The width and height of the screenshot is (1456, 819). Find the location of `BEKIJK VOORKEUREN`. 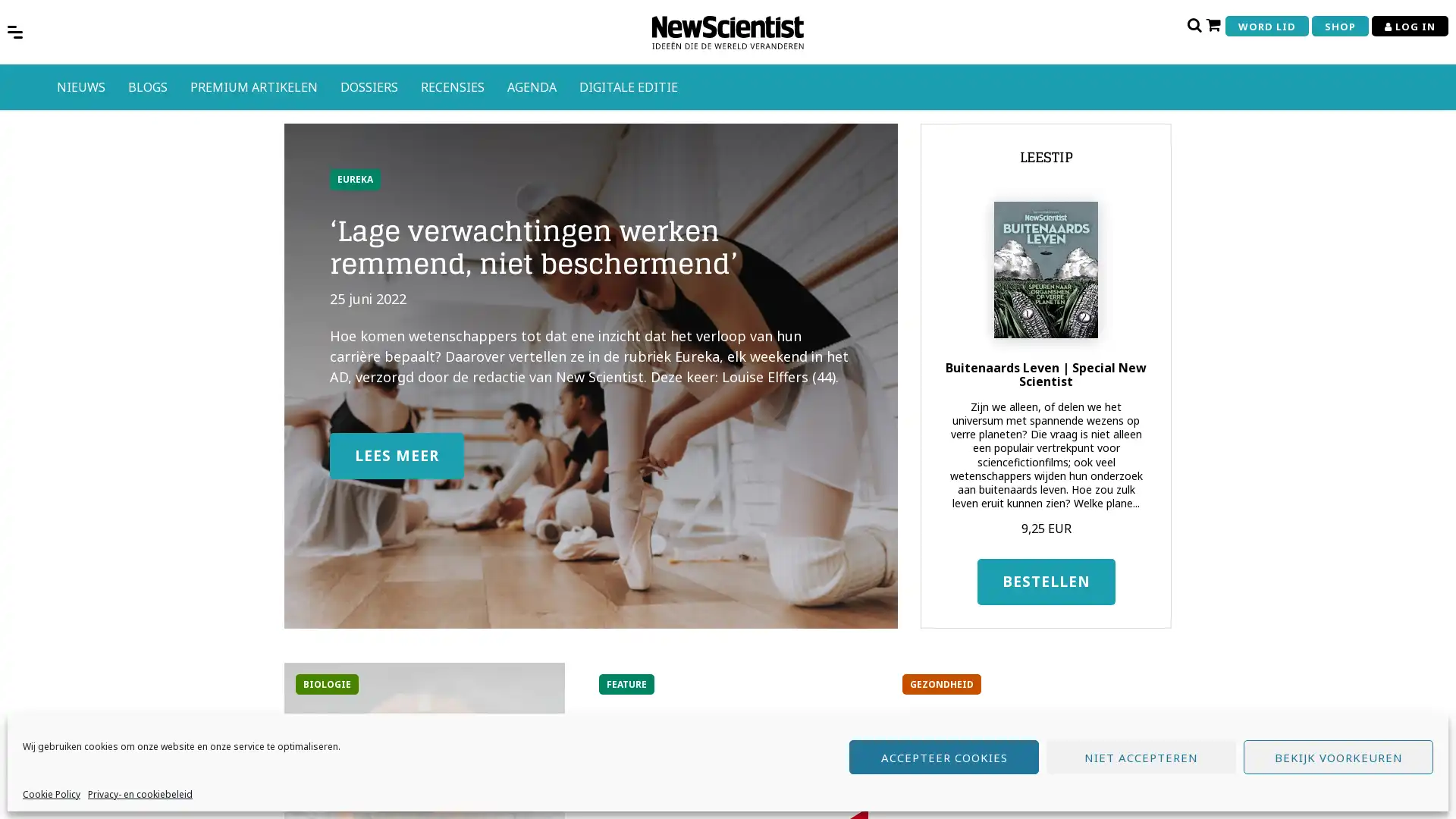

BEKIJK VOORKEUREN is located at coordinates (1338, 757).